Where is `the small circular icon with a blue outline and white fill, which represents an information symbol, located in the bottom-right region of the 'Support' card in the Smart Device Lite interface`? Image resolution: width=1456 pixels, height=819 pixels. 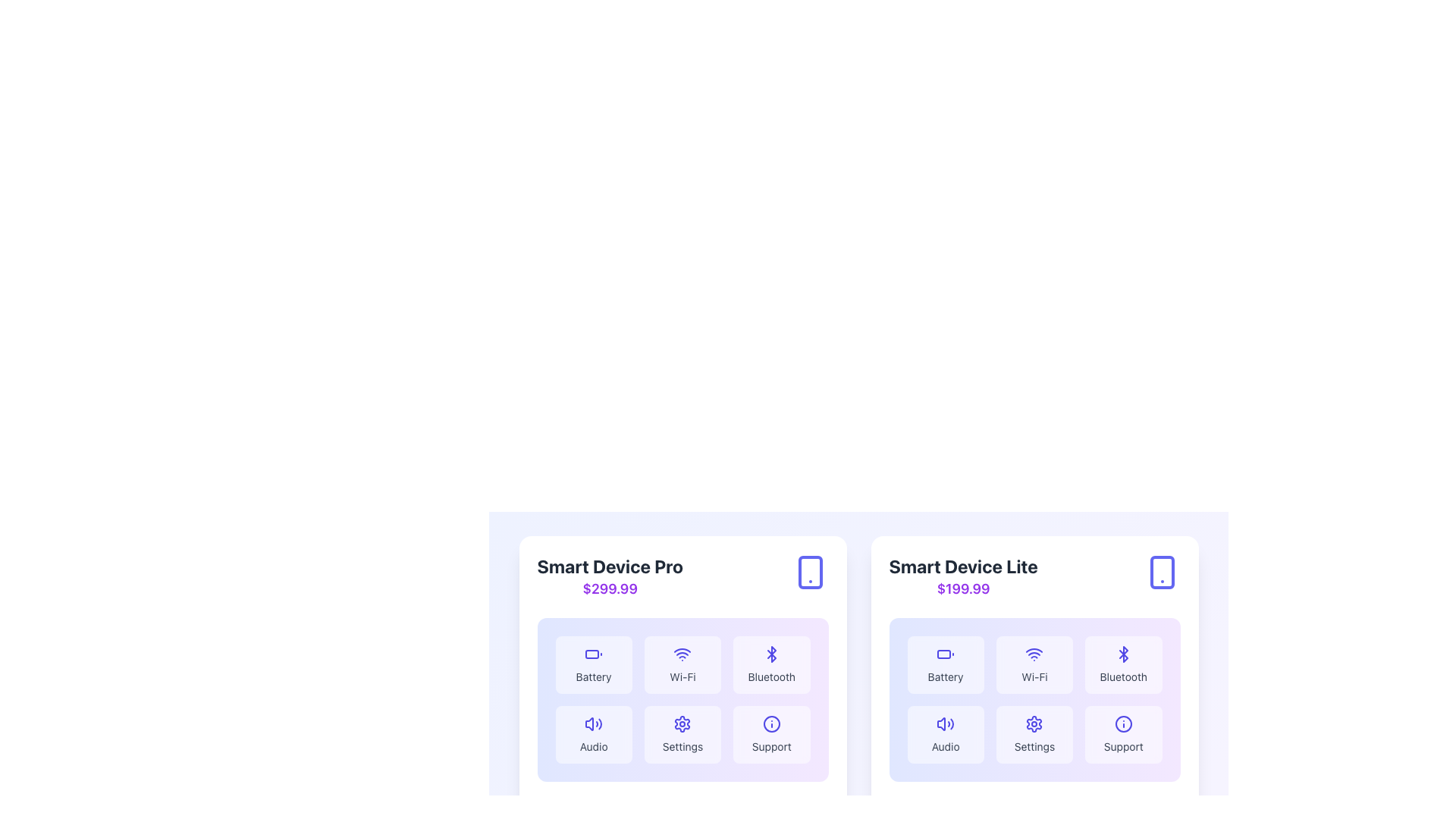
the small circular icon with a blue outline and white fill, which represents an information symbol, located in the bottom-right region of the 'Support' card in the Smart Device Lite interface is located at coordinates (1123, 723).